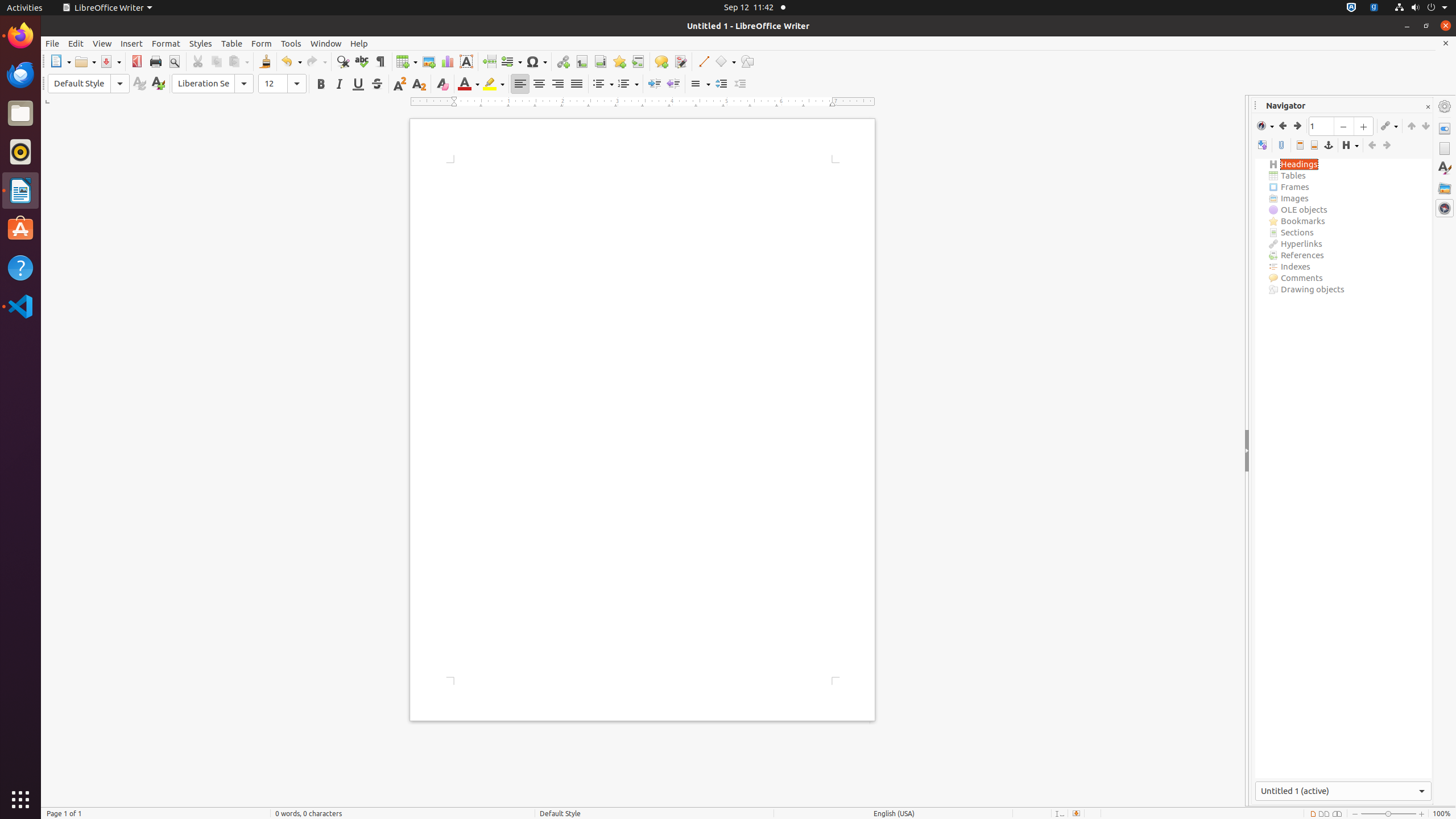  What do you see at coordinates (721, 83) in the screenshot?
I see `'Increase'` at bounding box center [721, 83].